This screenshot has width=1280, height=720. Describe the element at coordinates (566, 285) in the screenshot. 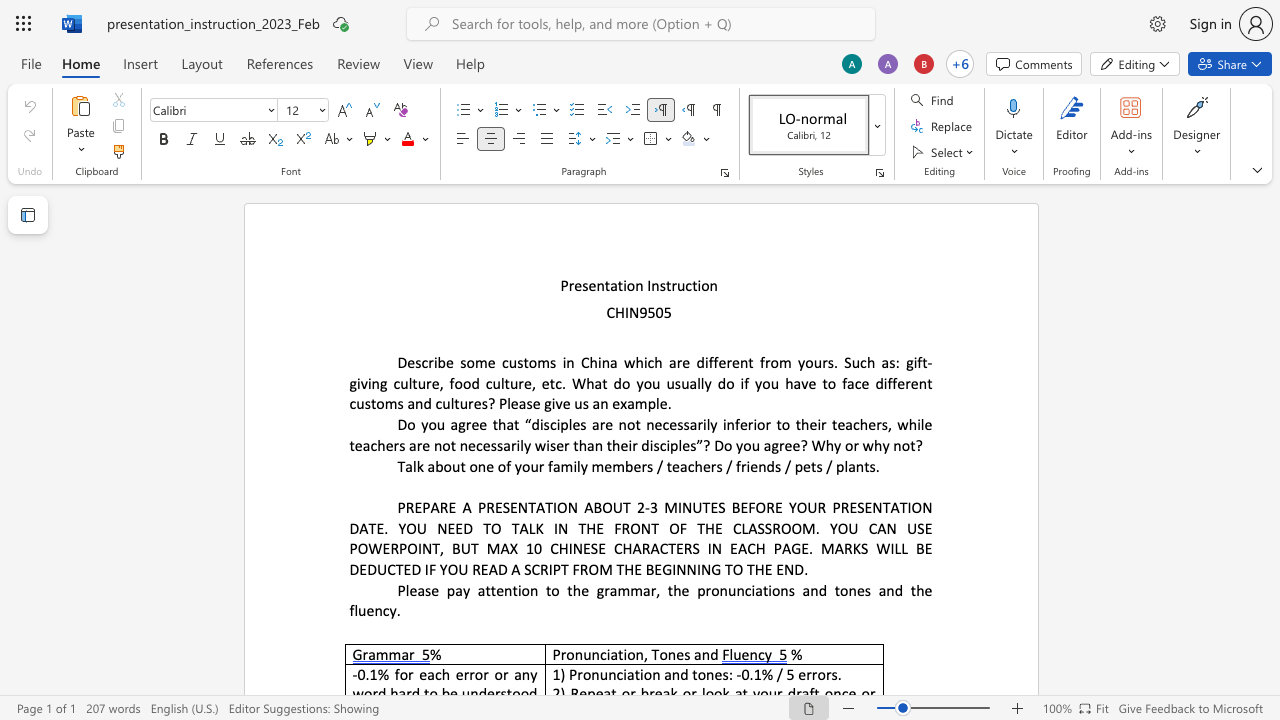

I see `the space between the continuous character "P" and "r" in the text` at that location.